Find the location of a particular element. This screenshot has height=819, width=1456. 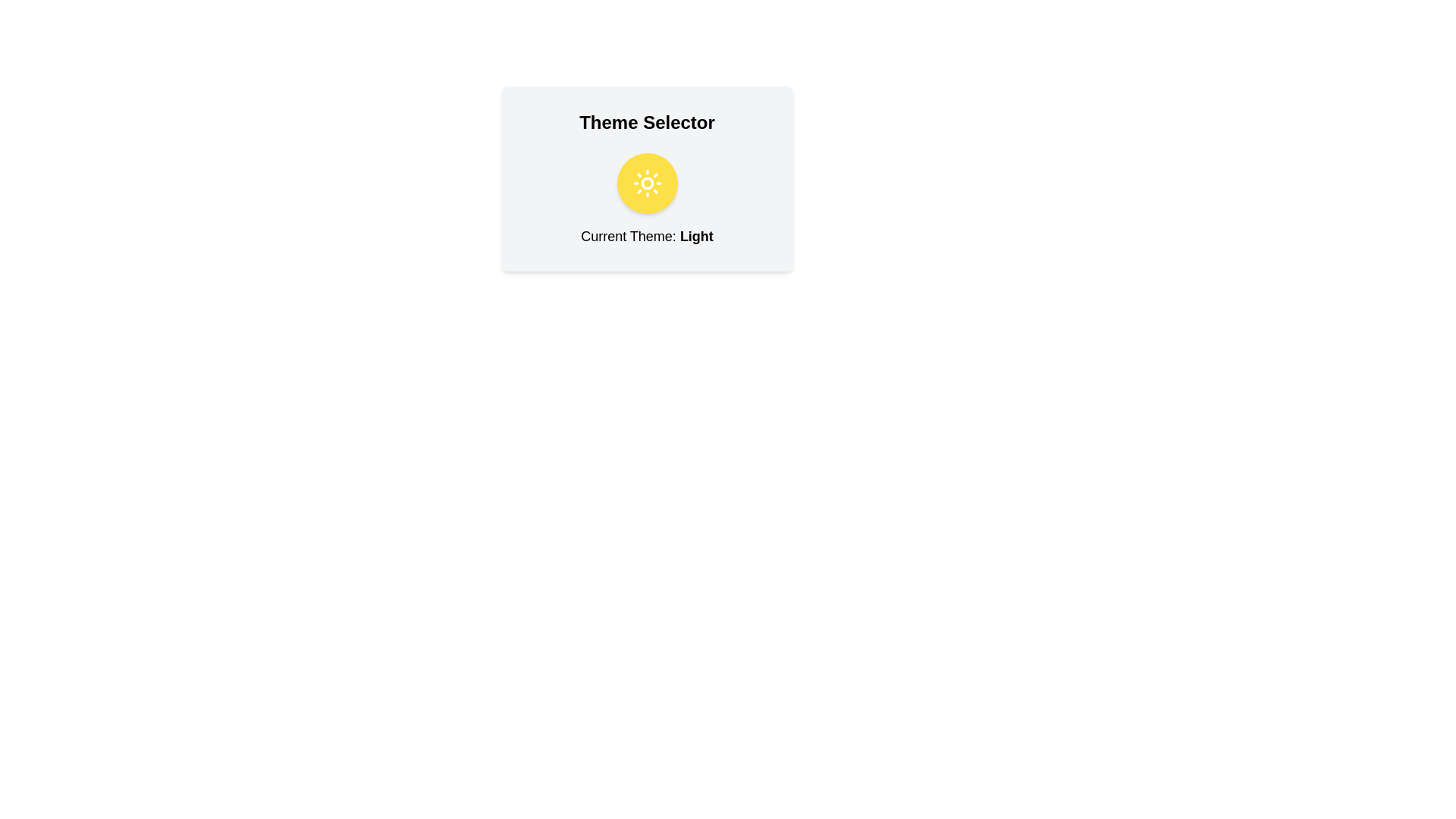

center of the toggle button to change the theme is located at coordinates (647, 183).